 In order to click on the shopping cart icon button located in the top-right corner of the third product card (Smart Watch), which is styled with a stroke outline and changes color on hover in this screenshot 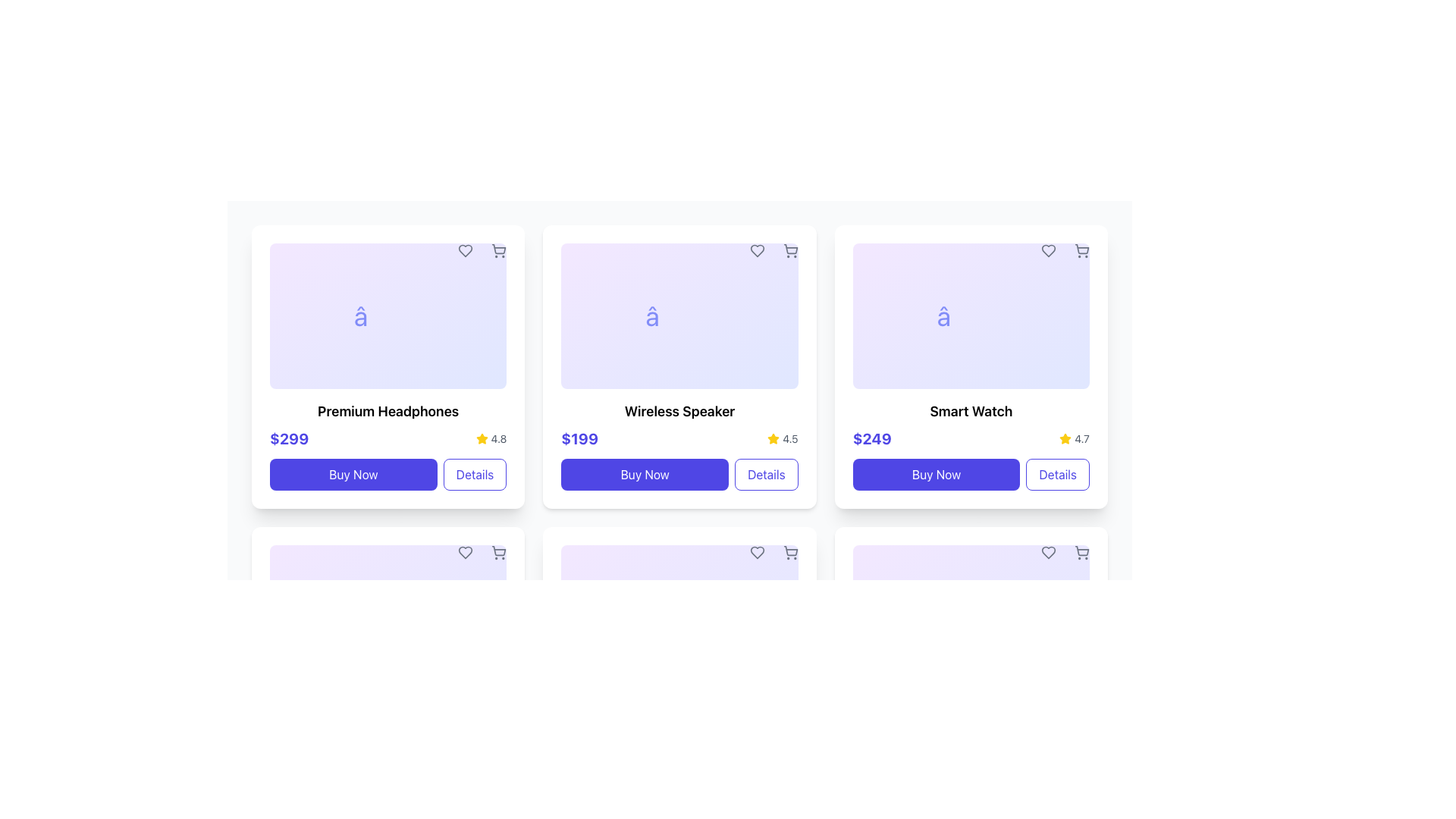, I will do `click(1081, 250)`.